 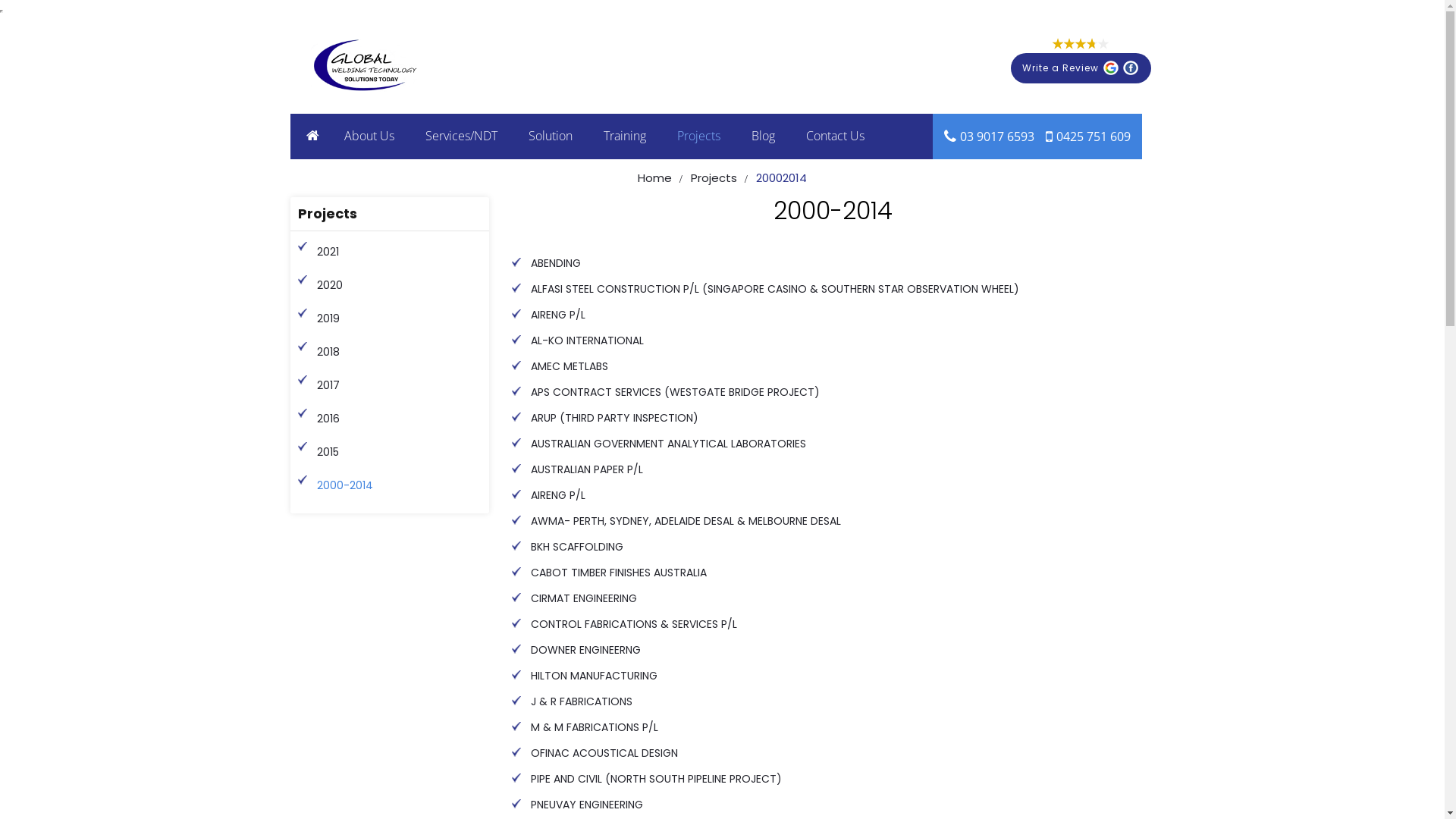 What do you see at coordinates (1092, 136) in the screenshot?
I see `'0425 751 609'` at bounding box center [1092, 136].